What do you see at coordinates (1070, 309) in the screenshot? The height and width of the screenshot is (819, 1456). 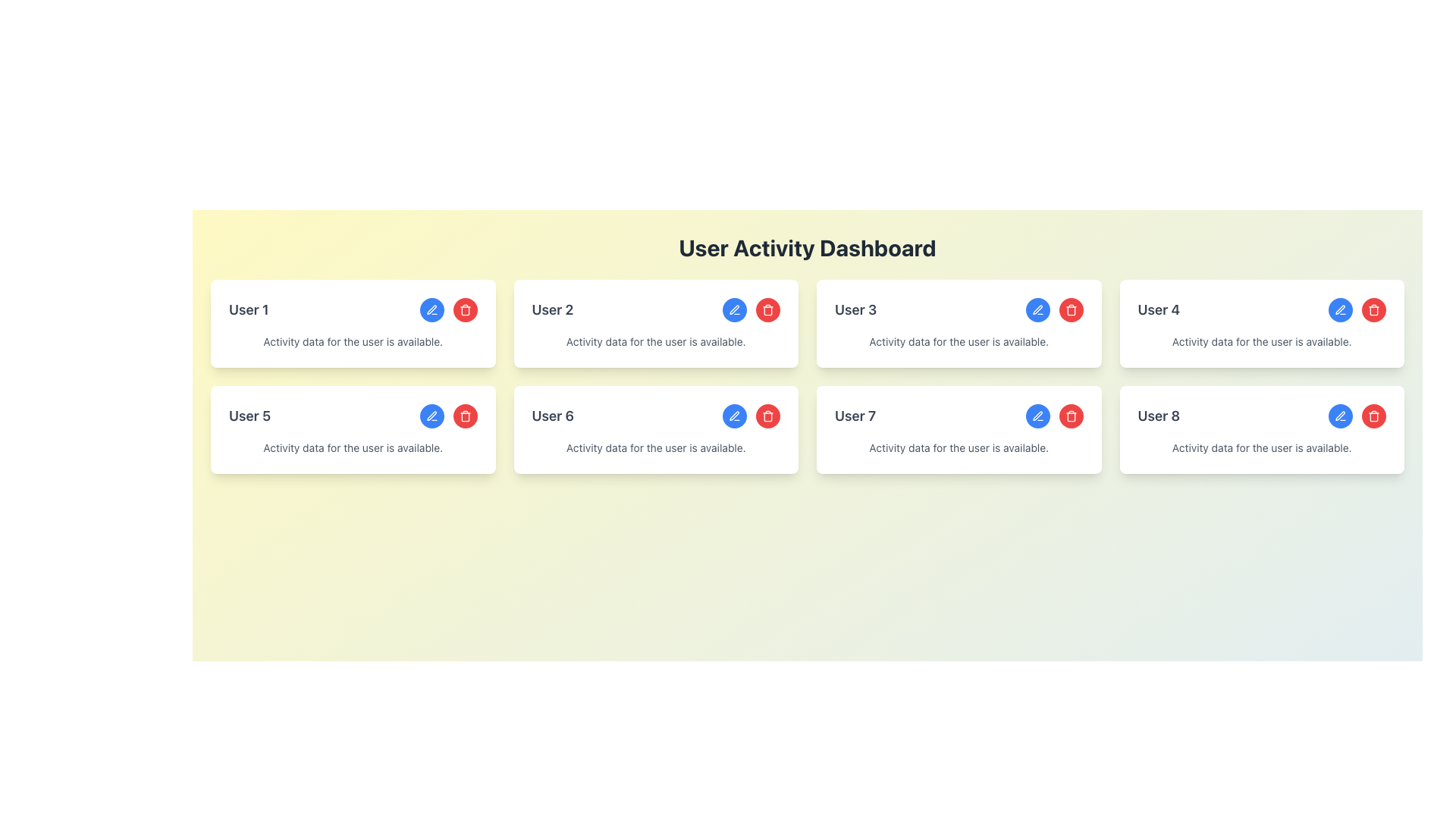 I see `the delete button located at the right end of the button group on the 'User 3' card` at bounding box center [1070, 309].